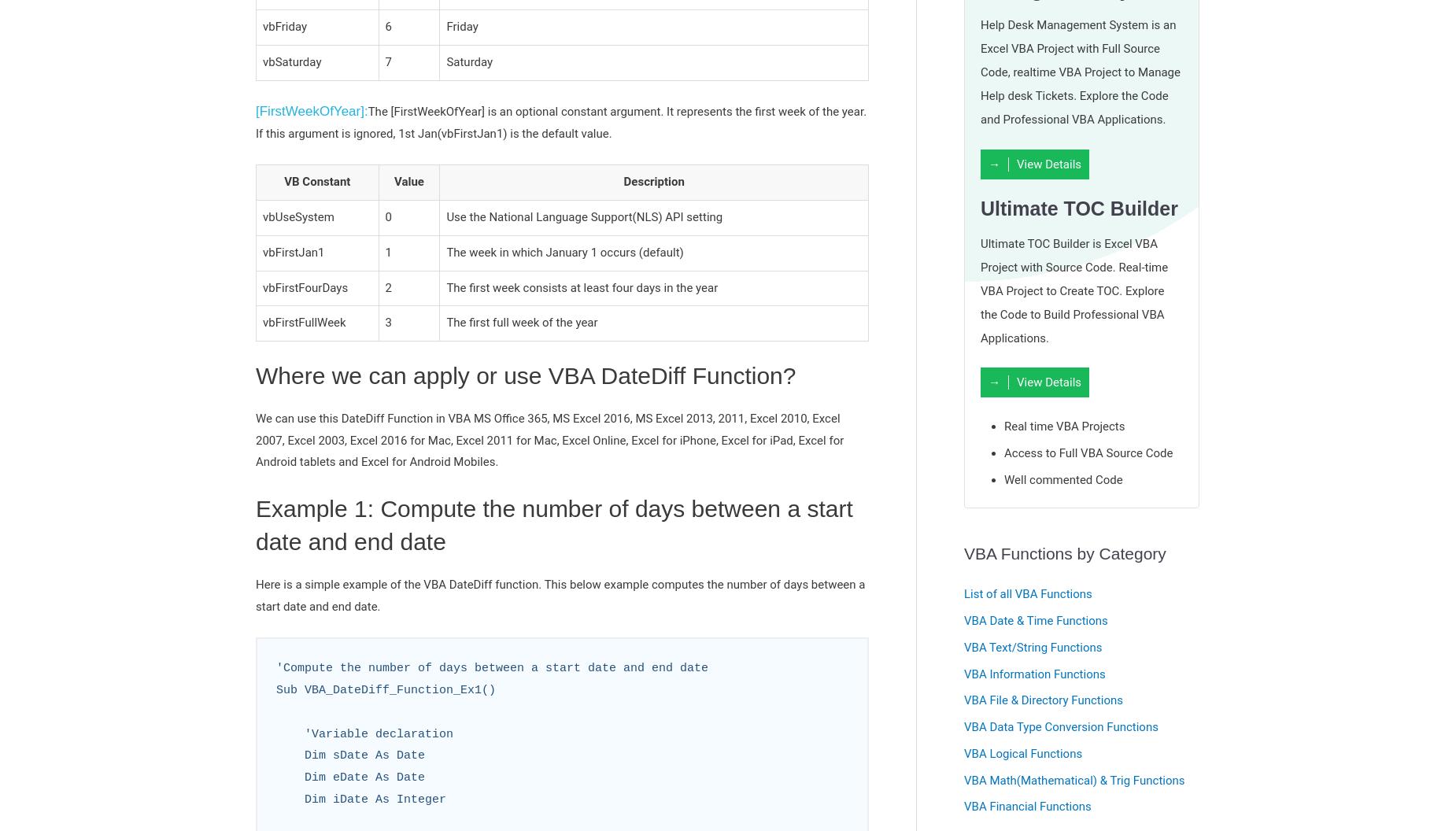 The image size is (1456, 831). What do you see at coordinates (388, 286) in the screenshot?
I see `'2'` at bounding box center [388, 286].